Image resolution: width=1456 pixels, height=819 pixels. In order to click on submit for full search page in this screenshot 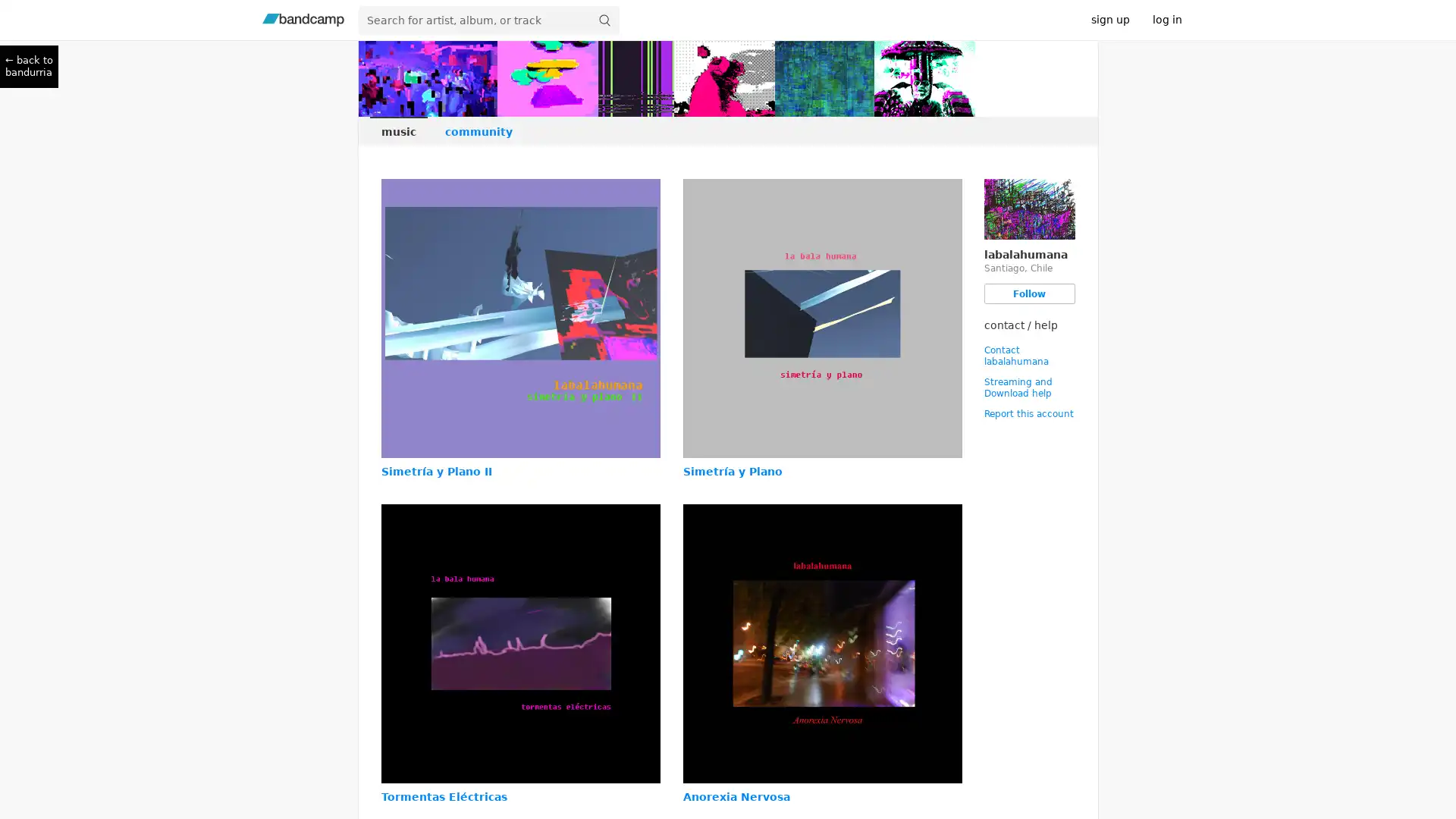, I will do `click(603, 20)`.